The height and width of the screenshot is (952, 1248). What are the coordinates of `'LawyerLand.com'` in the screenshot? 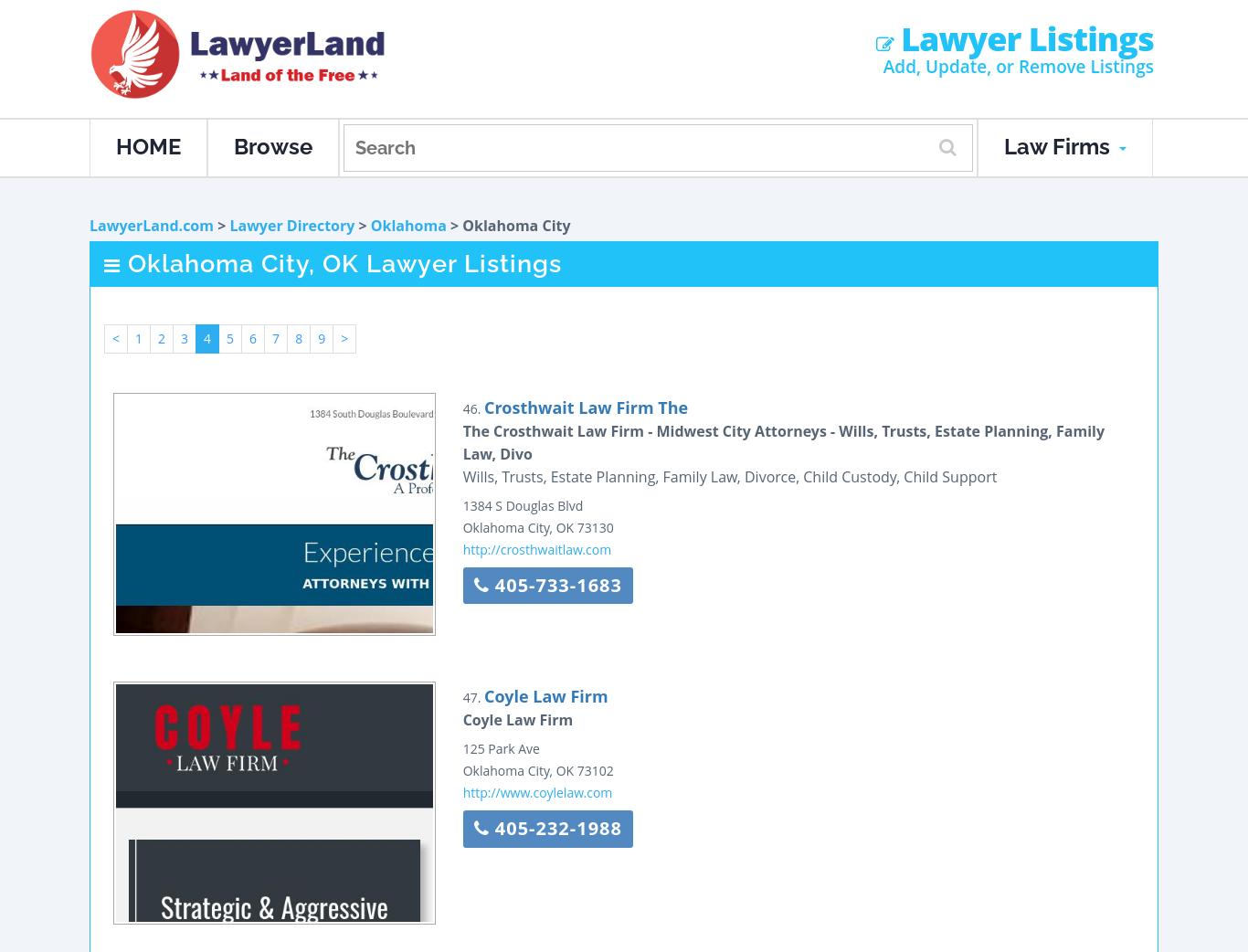 It's located at (150, 224).